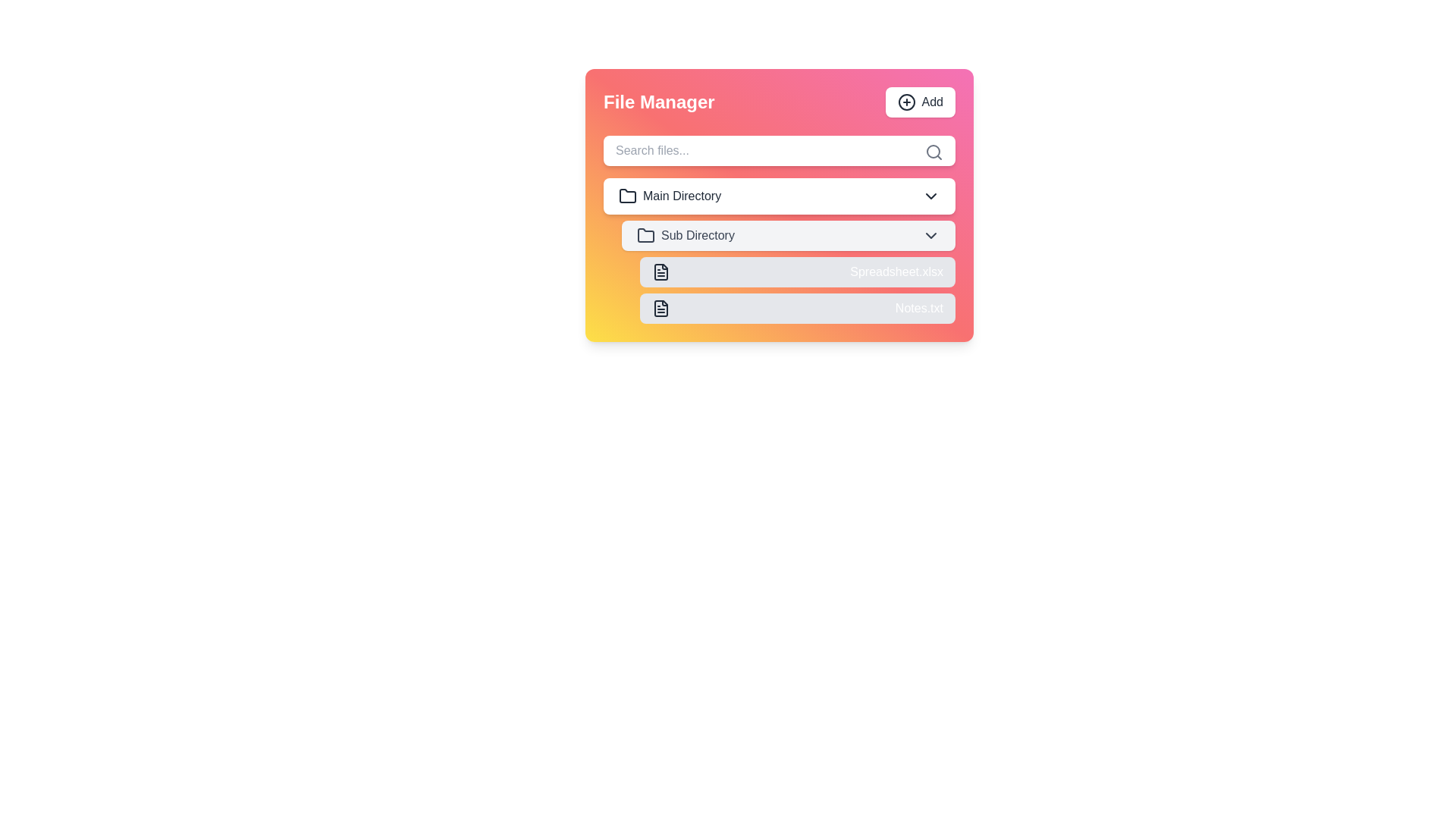 The width and height of the screenshot is (1456, 819). I want to click on the folder entry selector for 'Sub Directory', which is the second entry, so click(685, 236).